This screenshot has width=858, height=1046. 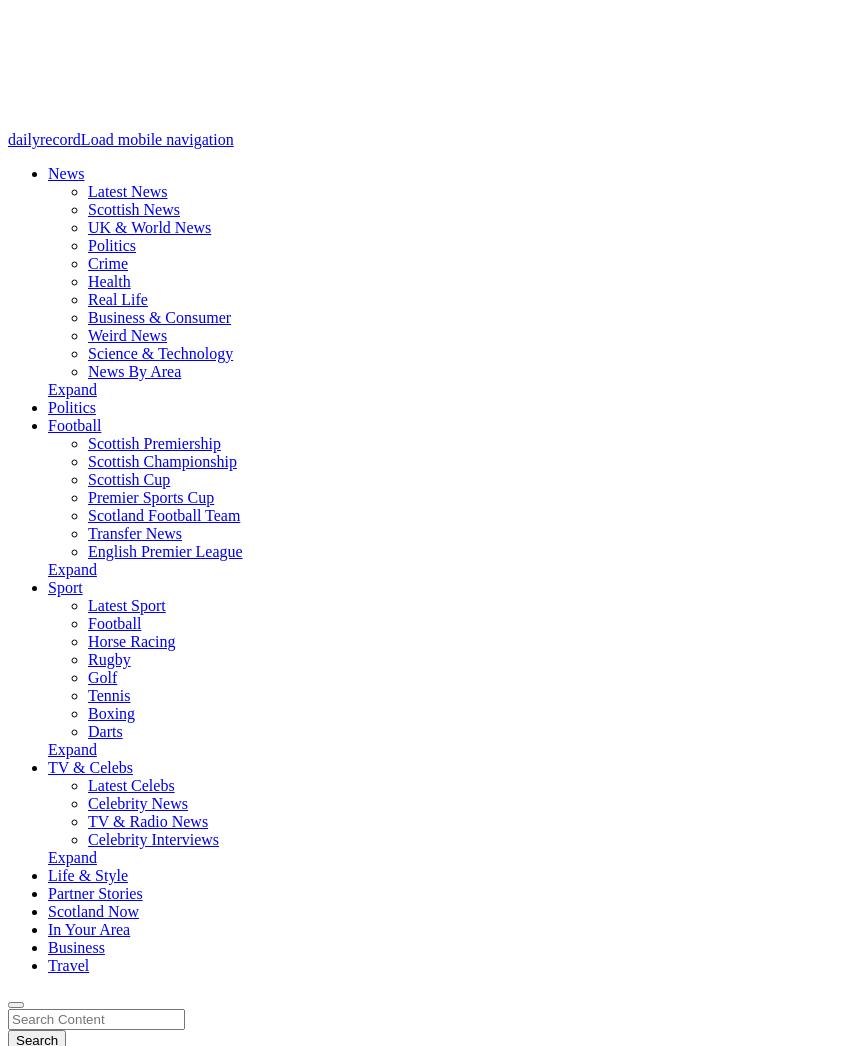 What do you see at coordinates (46, 911) in the screenshot?
I see `'Scotland Now'` at bounding box center [46, 911].